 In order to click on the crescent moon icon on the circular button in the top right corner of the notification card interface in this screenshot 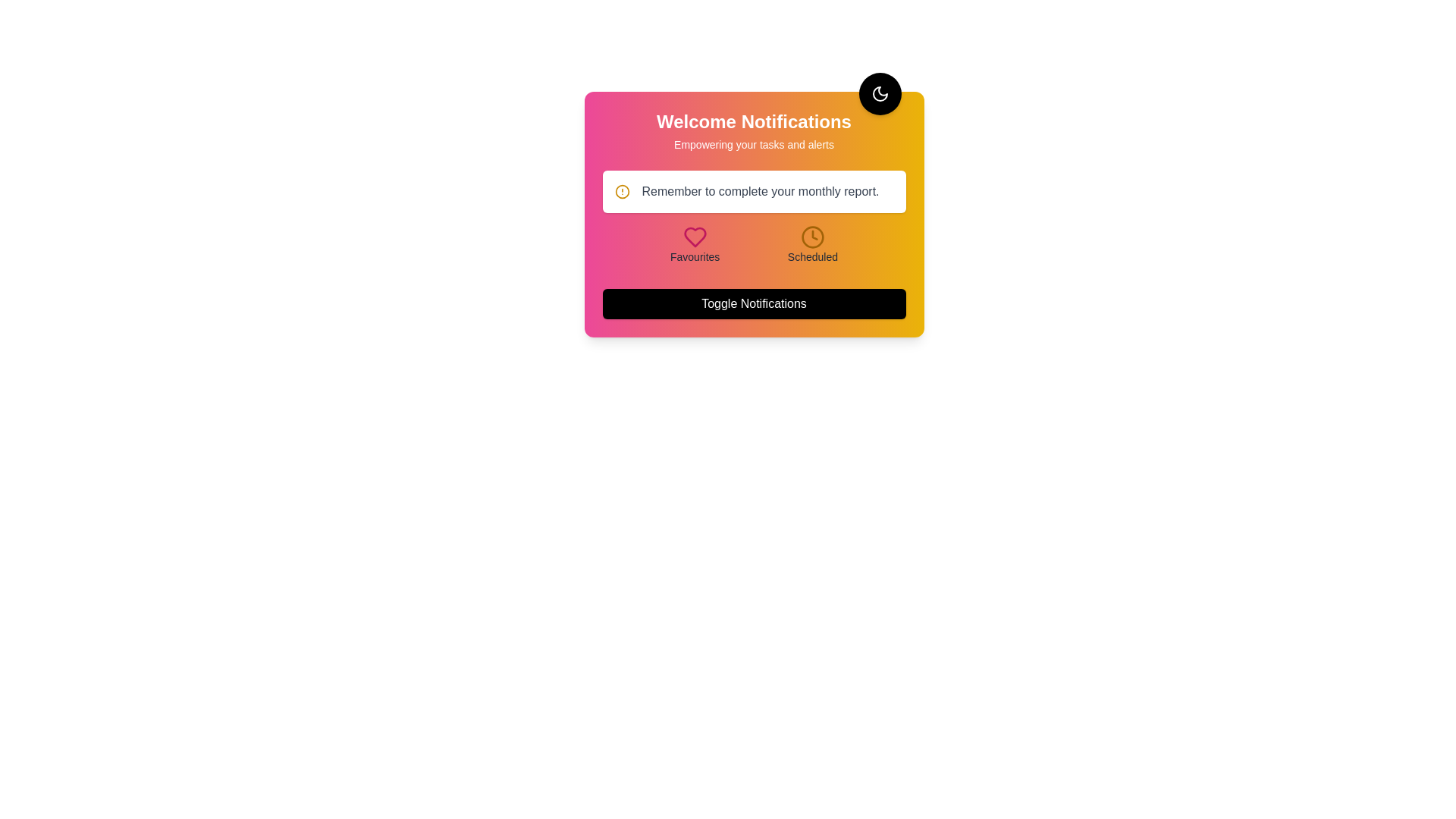, I will do `click(880, 93)`.